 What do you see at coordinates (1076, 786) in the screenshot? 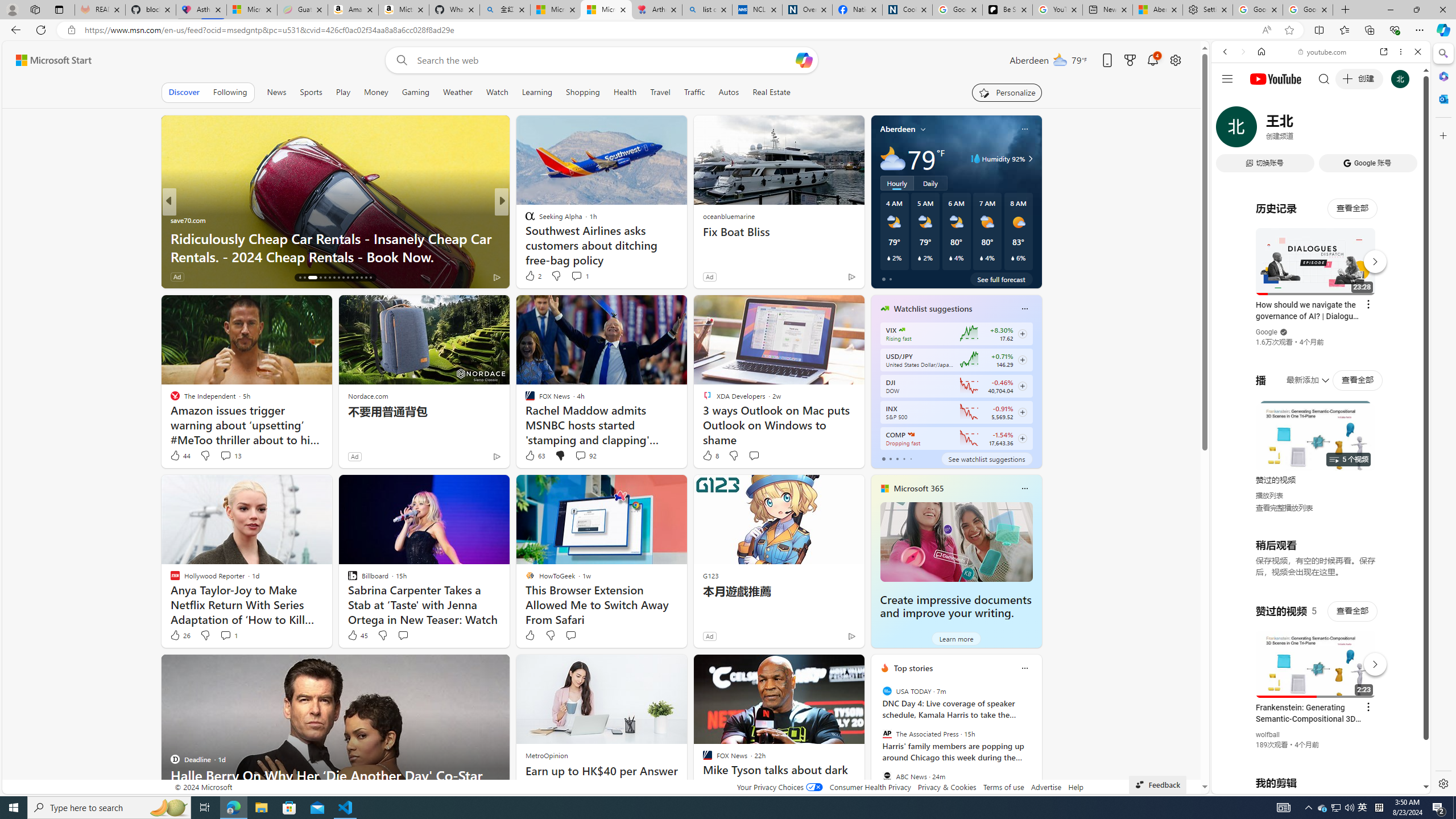
I see `'Help'` at bounding box center [1076, 786].